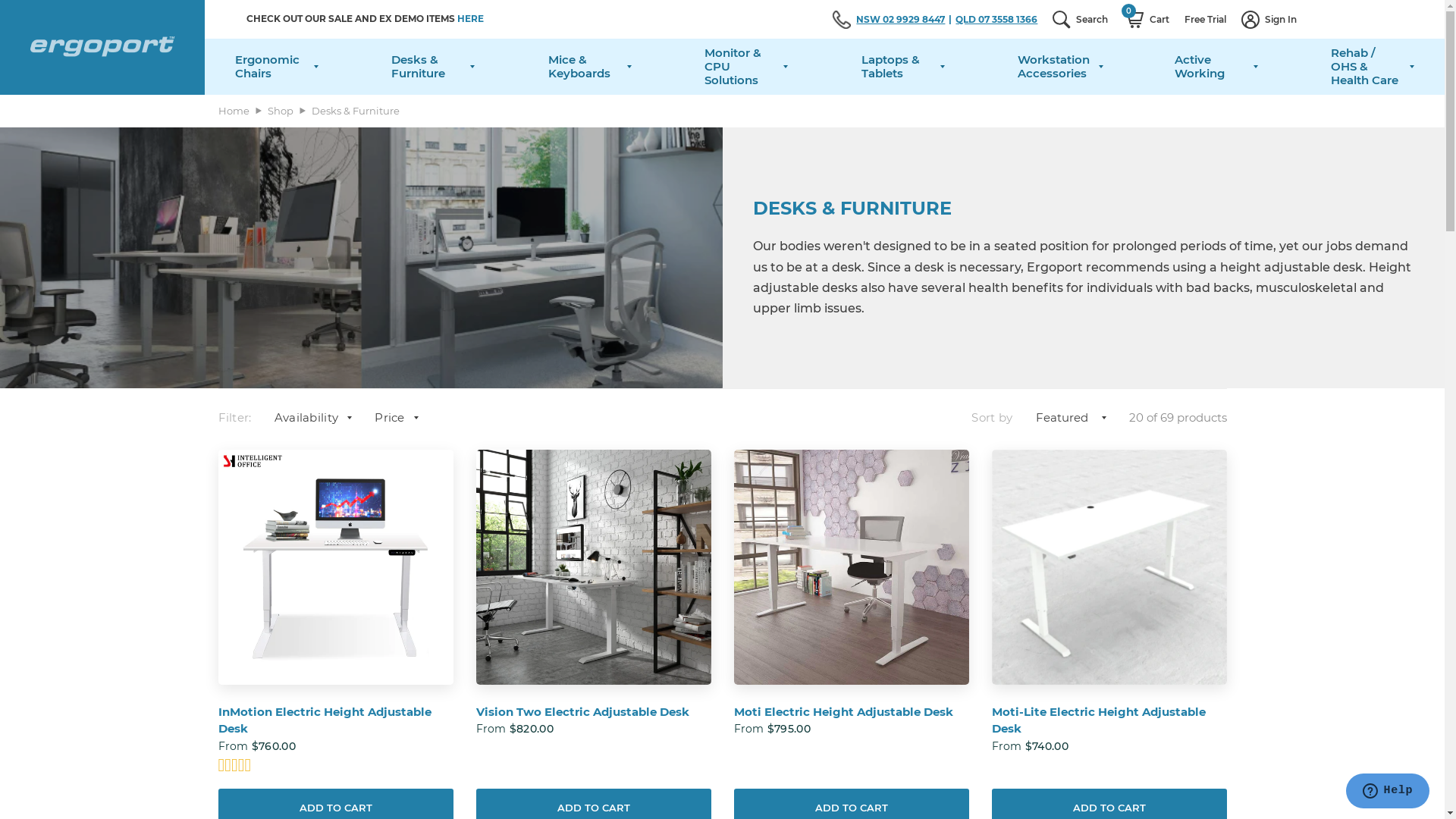 The width and height of the screenshot is (1456, 819). What do you see at coordinates (996, 19) in the screenshot?
I see `'QLD 07 3558 1366'` at bounding box center [996, 19].